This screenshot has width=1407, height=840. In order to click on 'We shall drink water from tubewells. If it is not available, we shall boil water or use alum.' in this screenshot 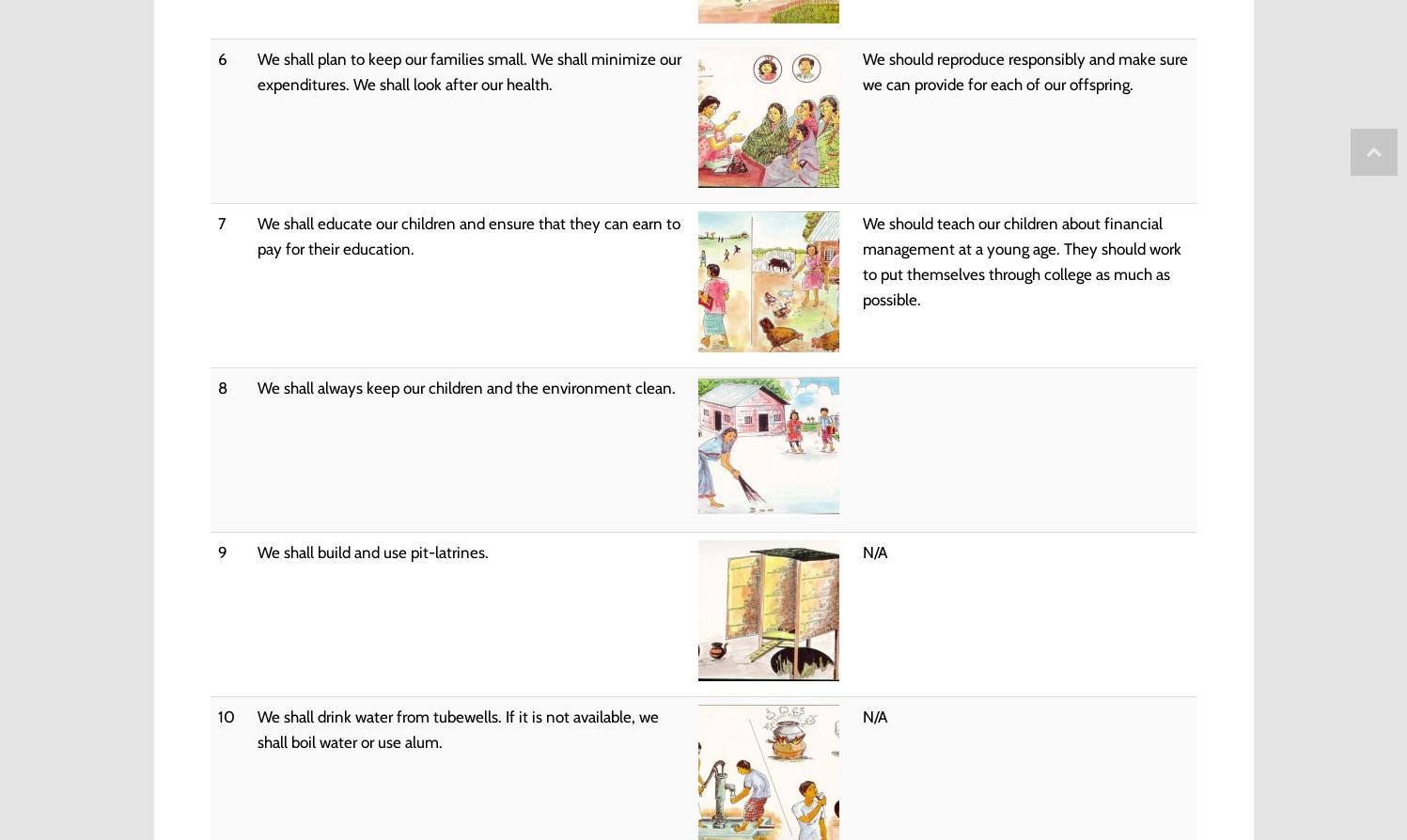, I will do `click(456, 727)`.